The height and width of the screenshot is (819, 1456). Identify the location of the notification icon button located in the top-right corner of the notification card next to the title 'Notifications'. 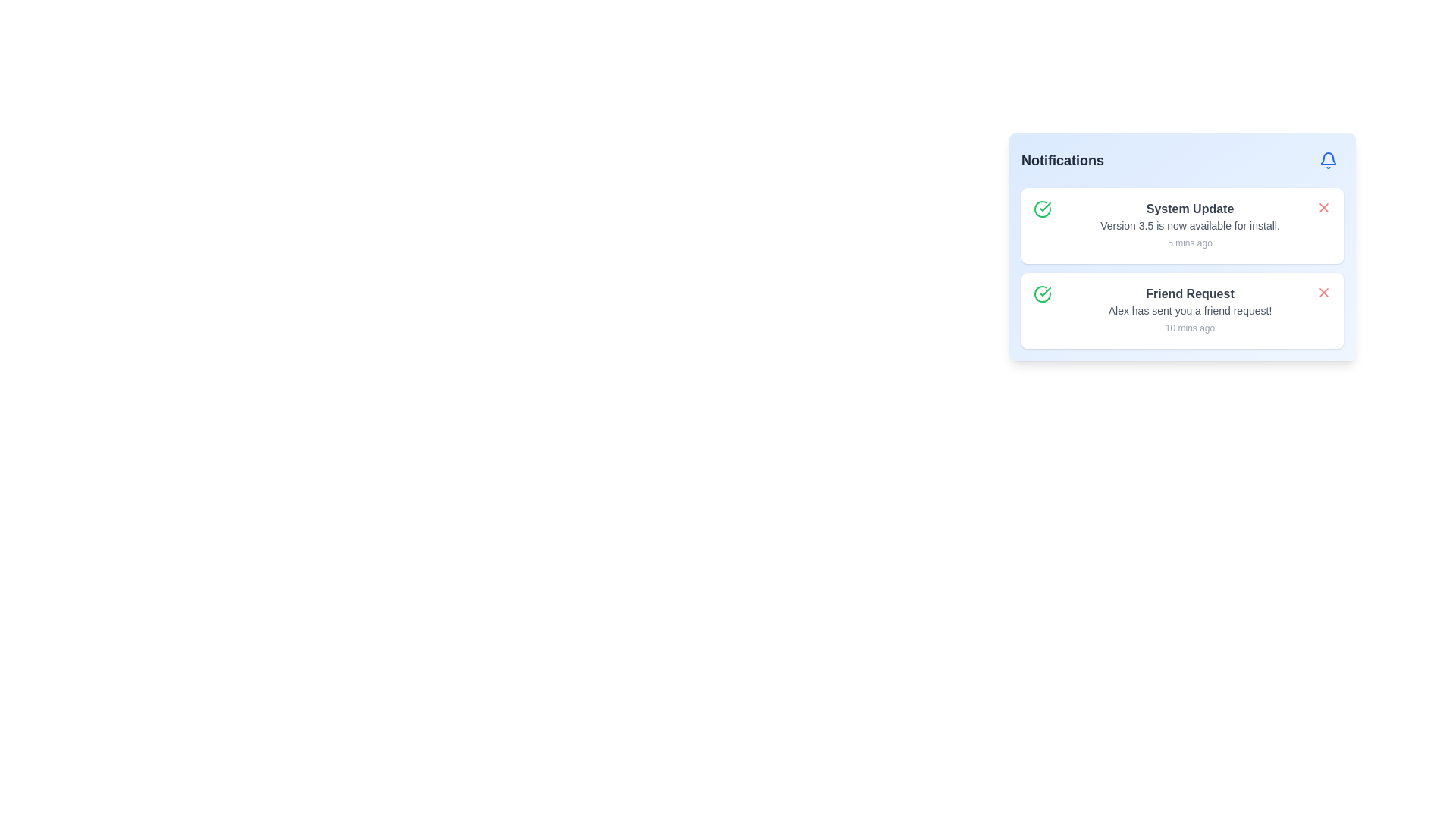
(1328, 161).